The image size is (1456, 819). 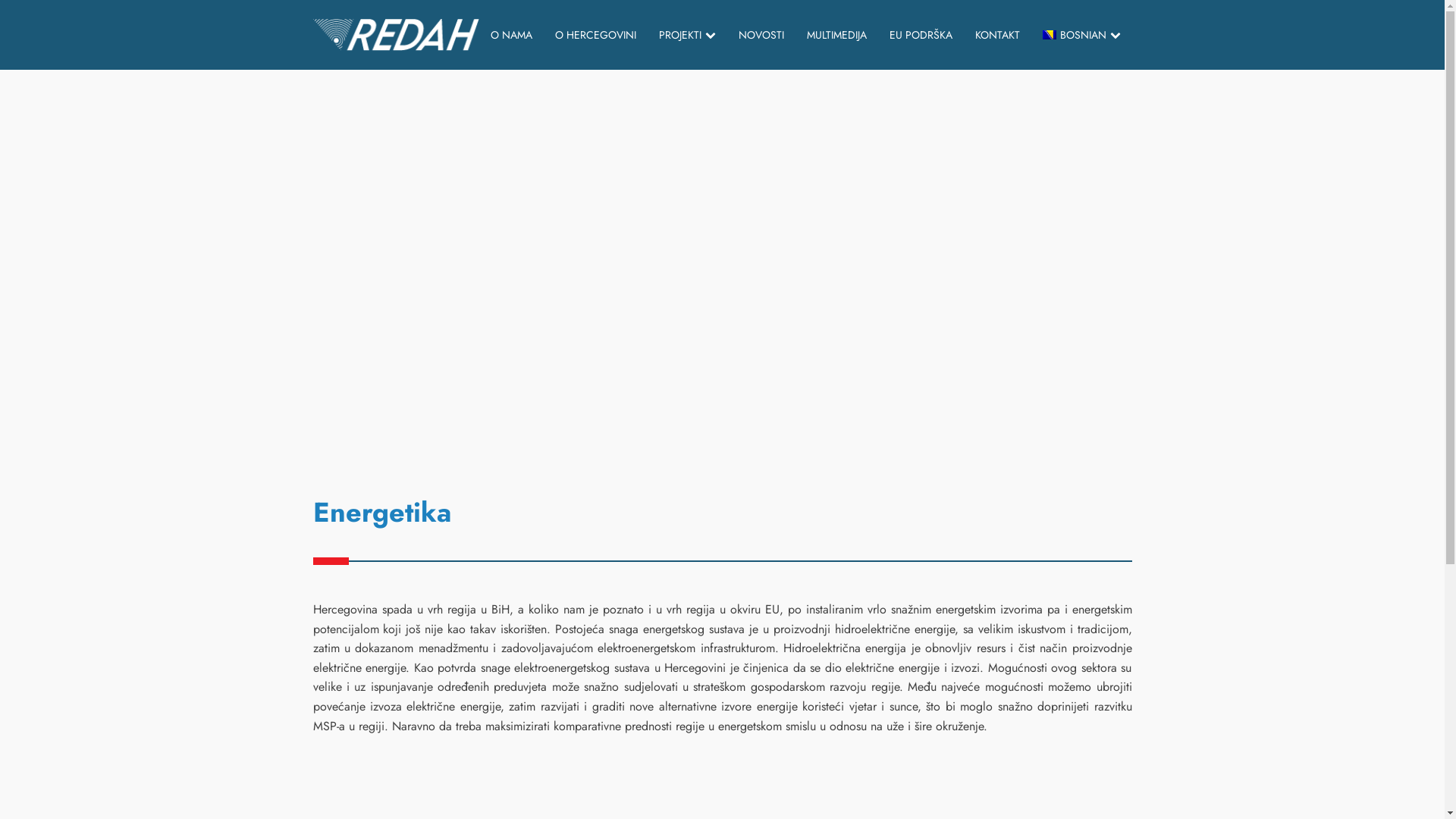 I want to click on 'KONTAKT', so click(x=997, y=34).